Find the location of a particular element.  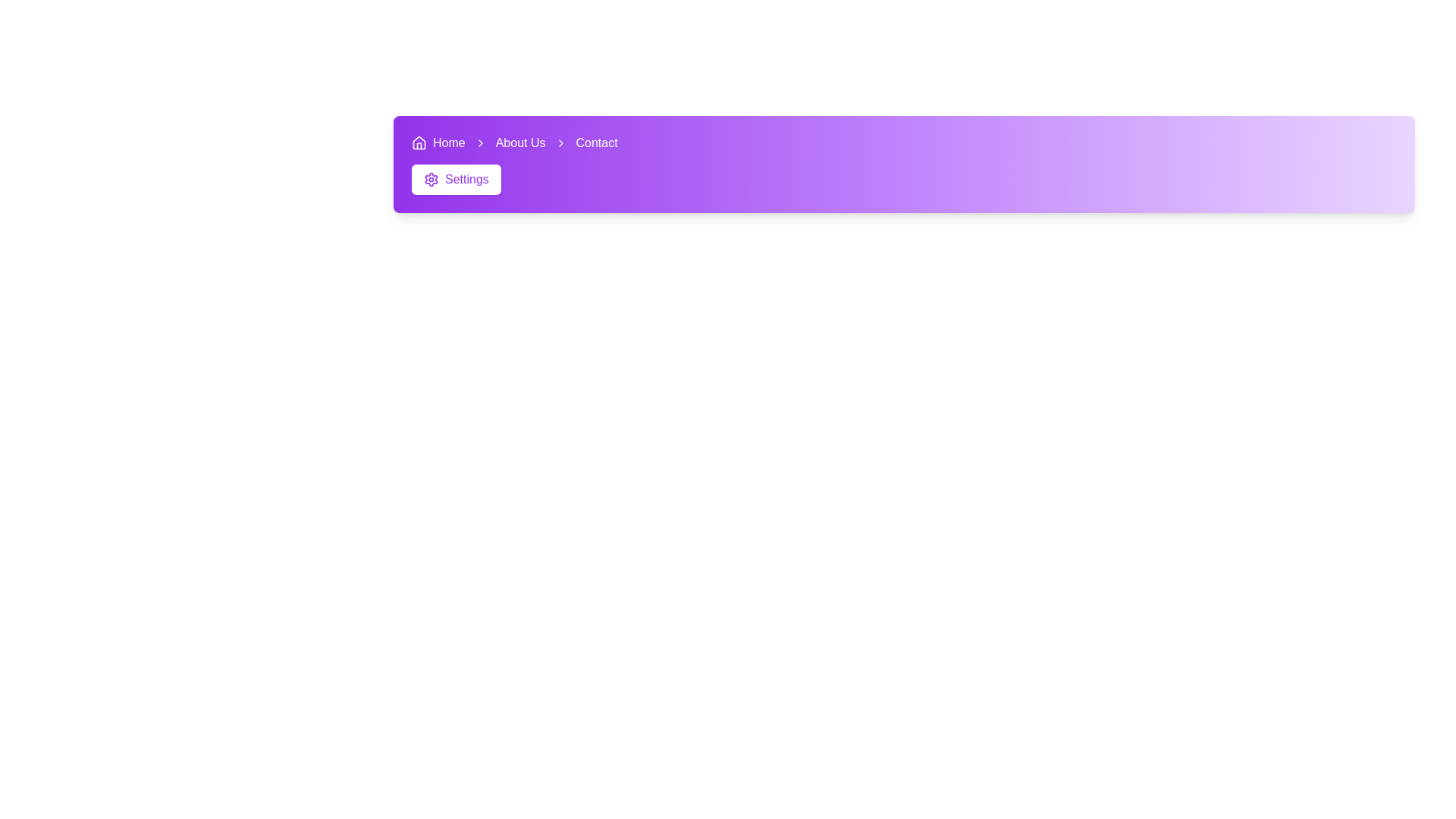

the 'Home' text label, which is displayed in white font on a purple background, to retrieve information about the current location is located at coordinates (448, 143).